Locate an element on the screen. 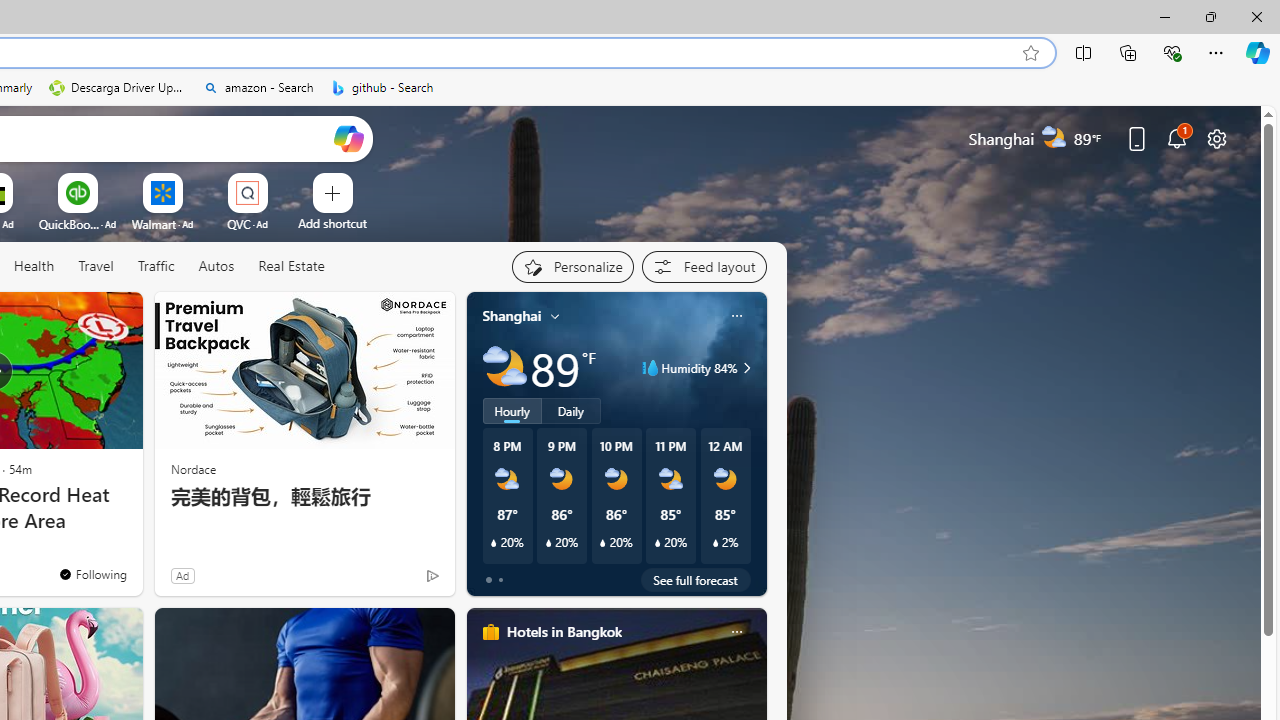 The image size is (1280, 720). 'tab-1' is located at coordinates (500, 579).